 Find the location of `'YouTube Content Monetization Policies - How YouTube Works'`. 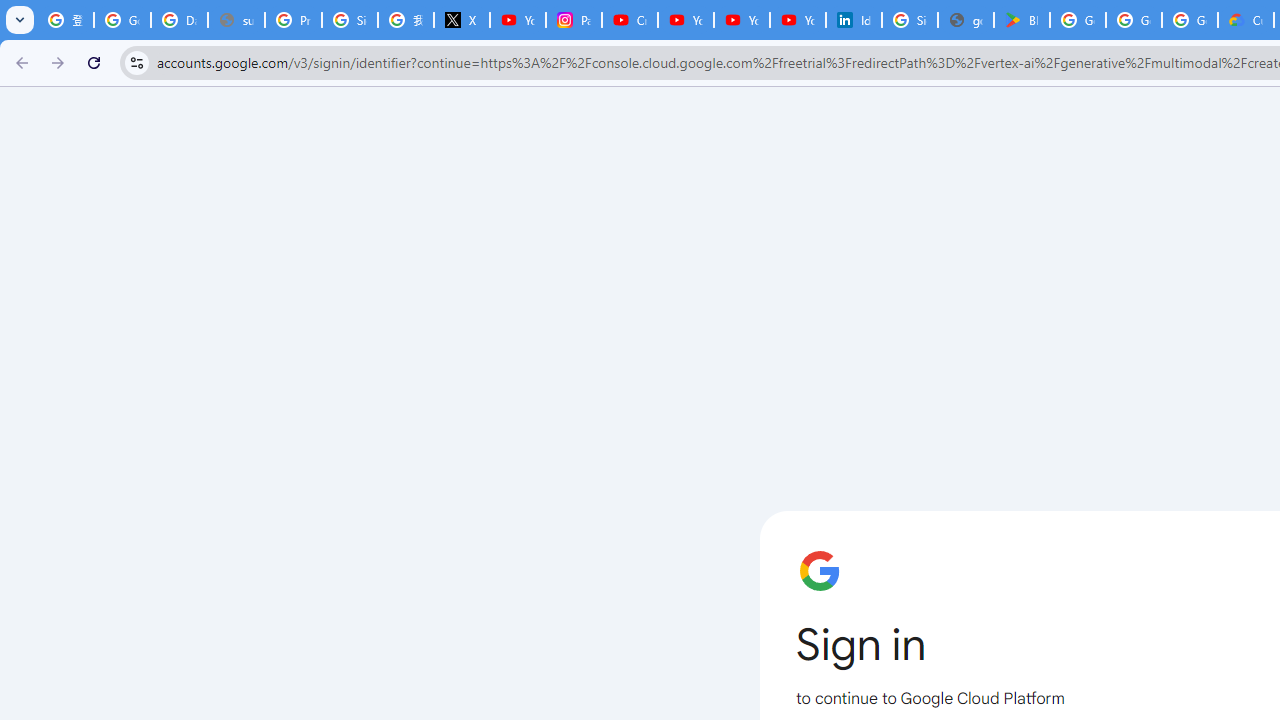

'YouTube Content Monetization Policies - How YouTube Works' is located at coordinates (518, 20).